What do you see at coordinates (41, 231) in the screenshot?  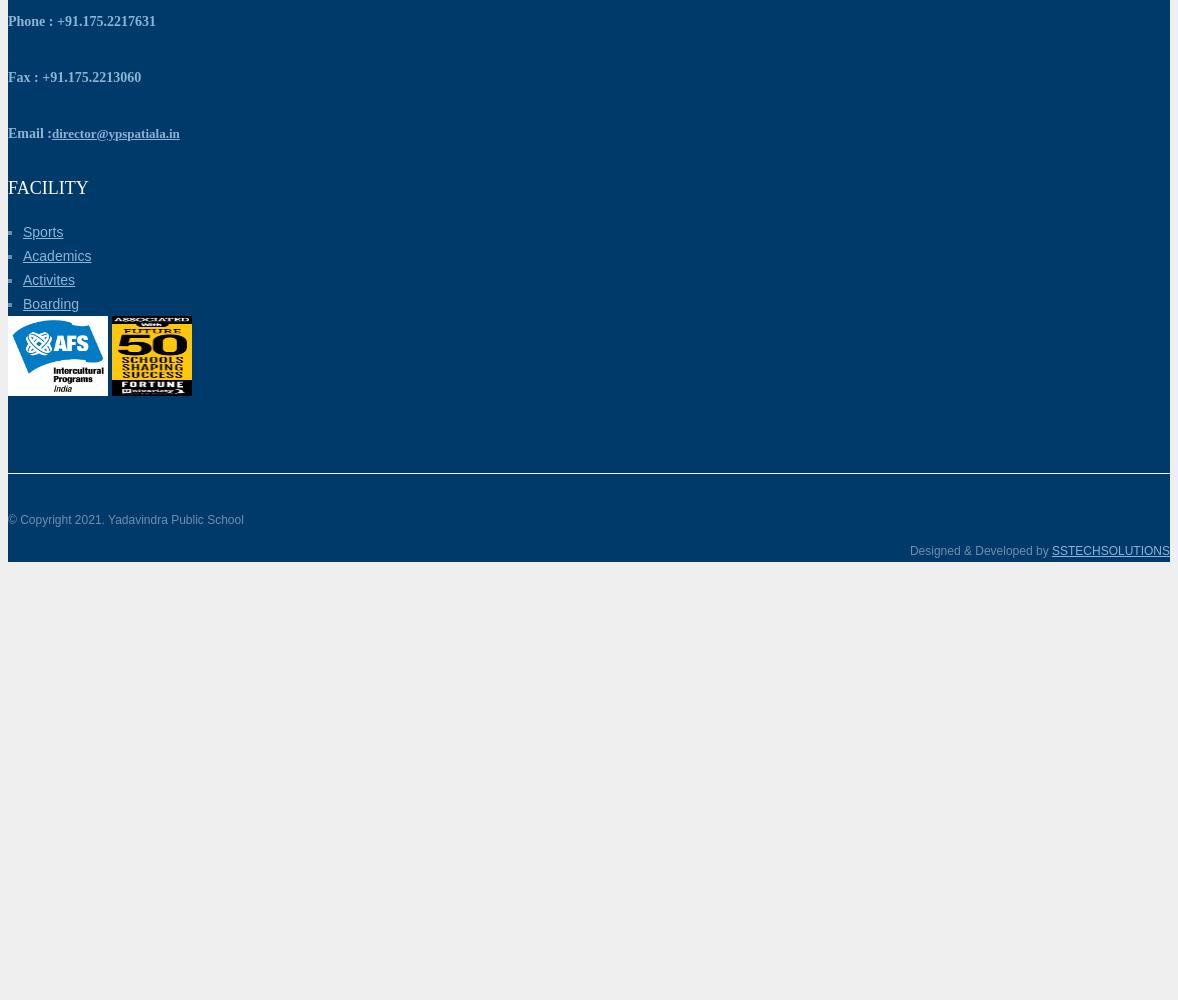 I see `'Sports'` at bounding box center [41, 231].